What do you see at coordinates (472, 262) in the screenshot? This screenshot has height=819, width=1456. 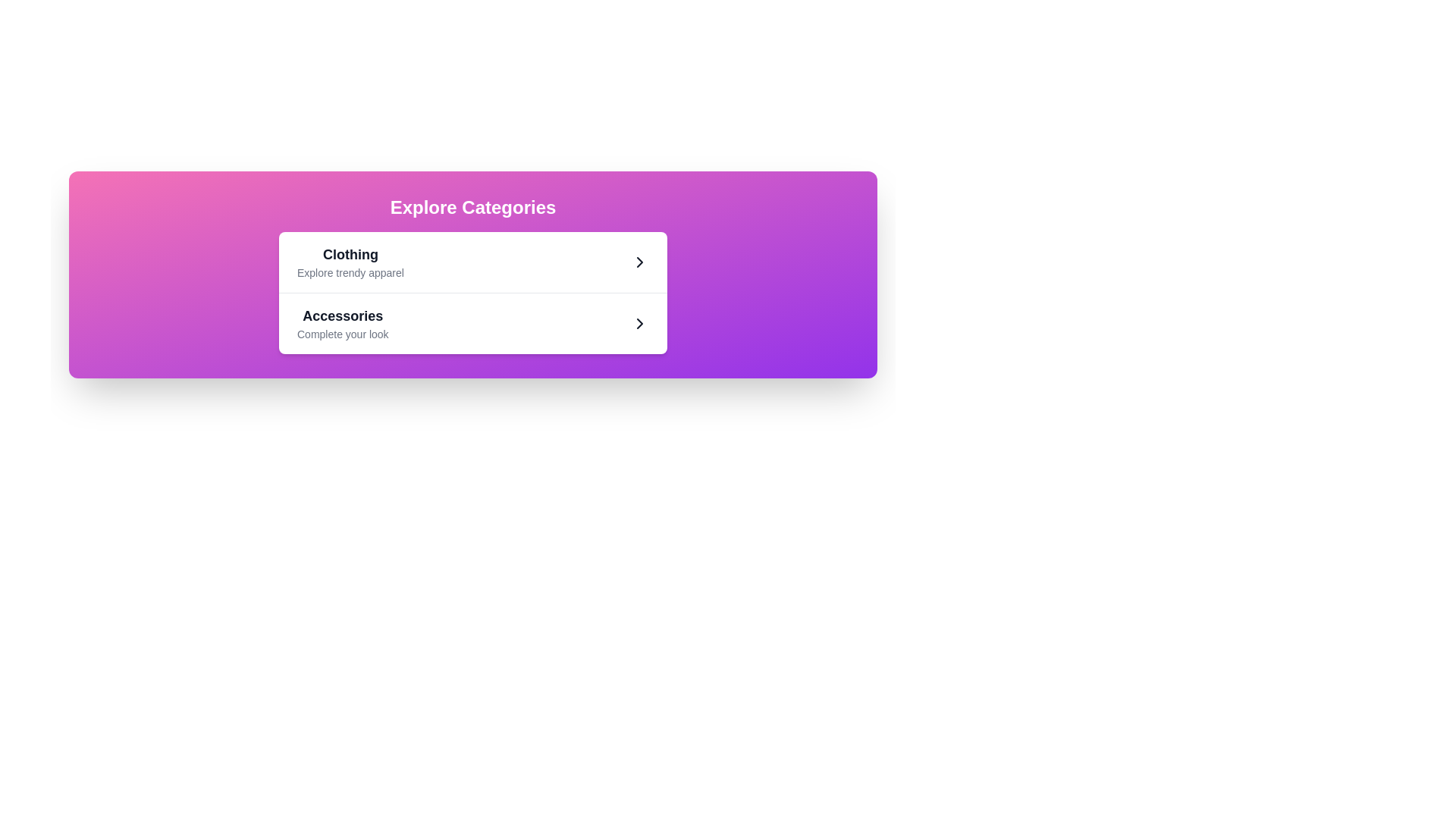 I see `the 'Clothing' navigation link, which is the first item in a vertical list of category options` at bounding box center [472, 262].